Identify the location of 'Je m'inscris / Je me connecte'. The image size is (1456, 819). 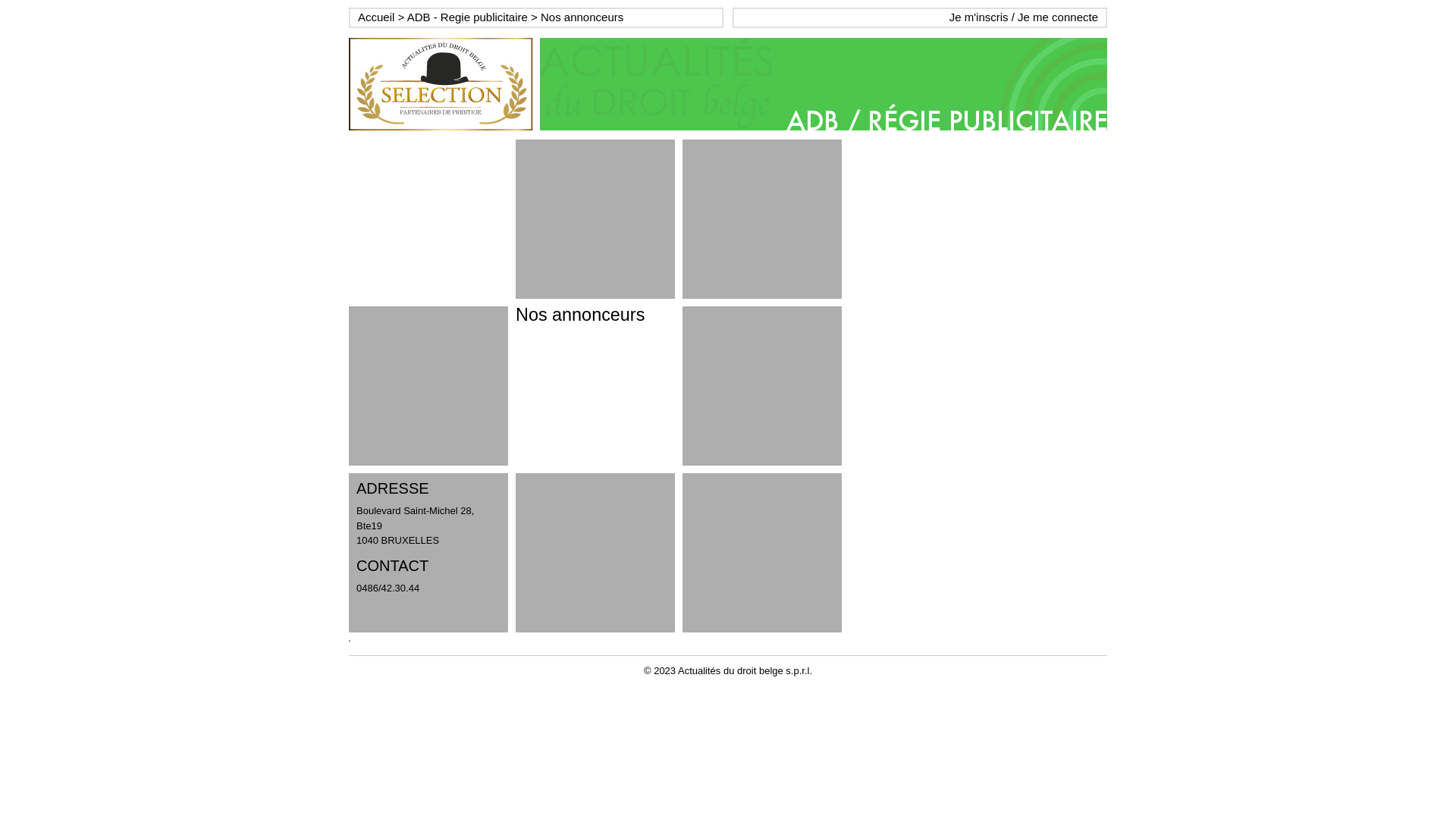
(1023, 17).